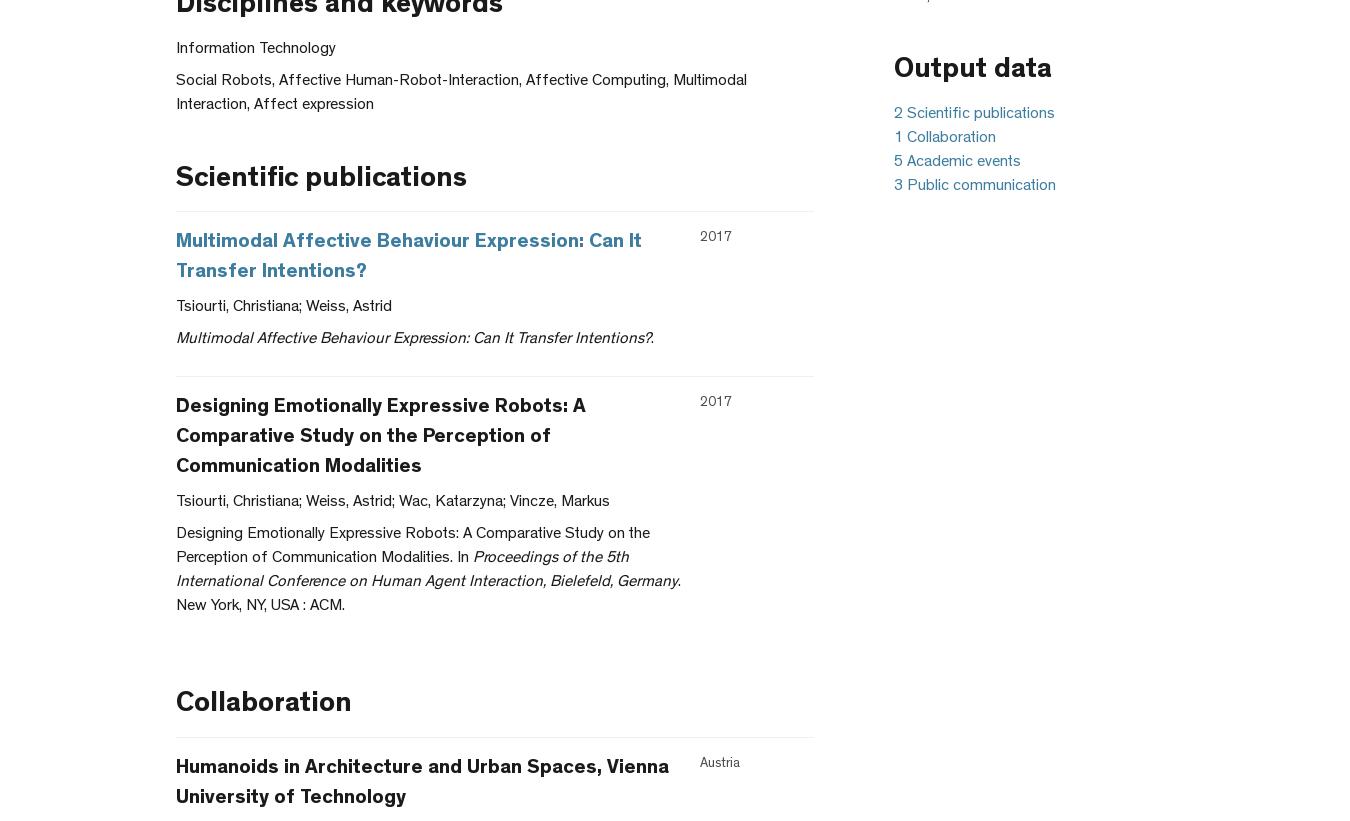 This screenshot has width=1350, height=821. Describe the element at coordinates (956, 162) in the screenshot. I see `'5 Academic events'` at that location.